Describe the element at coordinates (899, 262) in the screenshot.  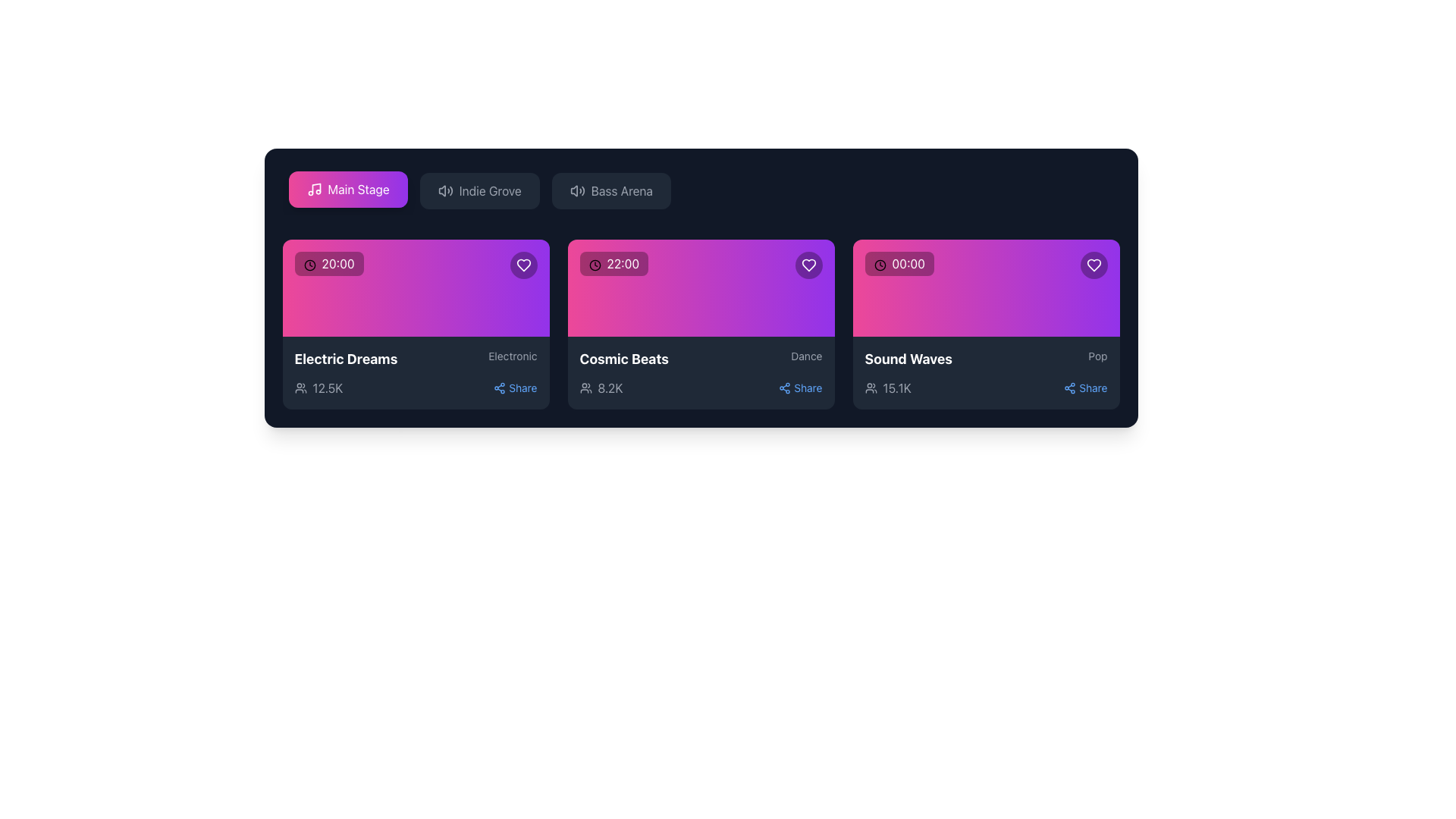
I see `the label with an icon that indicates the start time of the 'Sound Waves' event, located in the top left corner of the third purple gradient card` at that location.